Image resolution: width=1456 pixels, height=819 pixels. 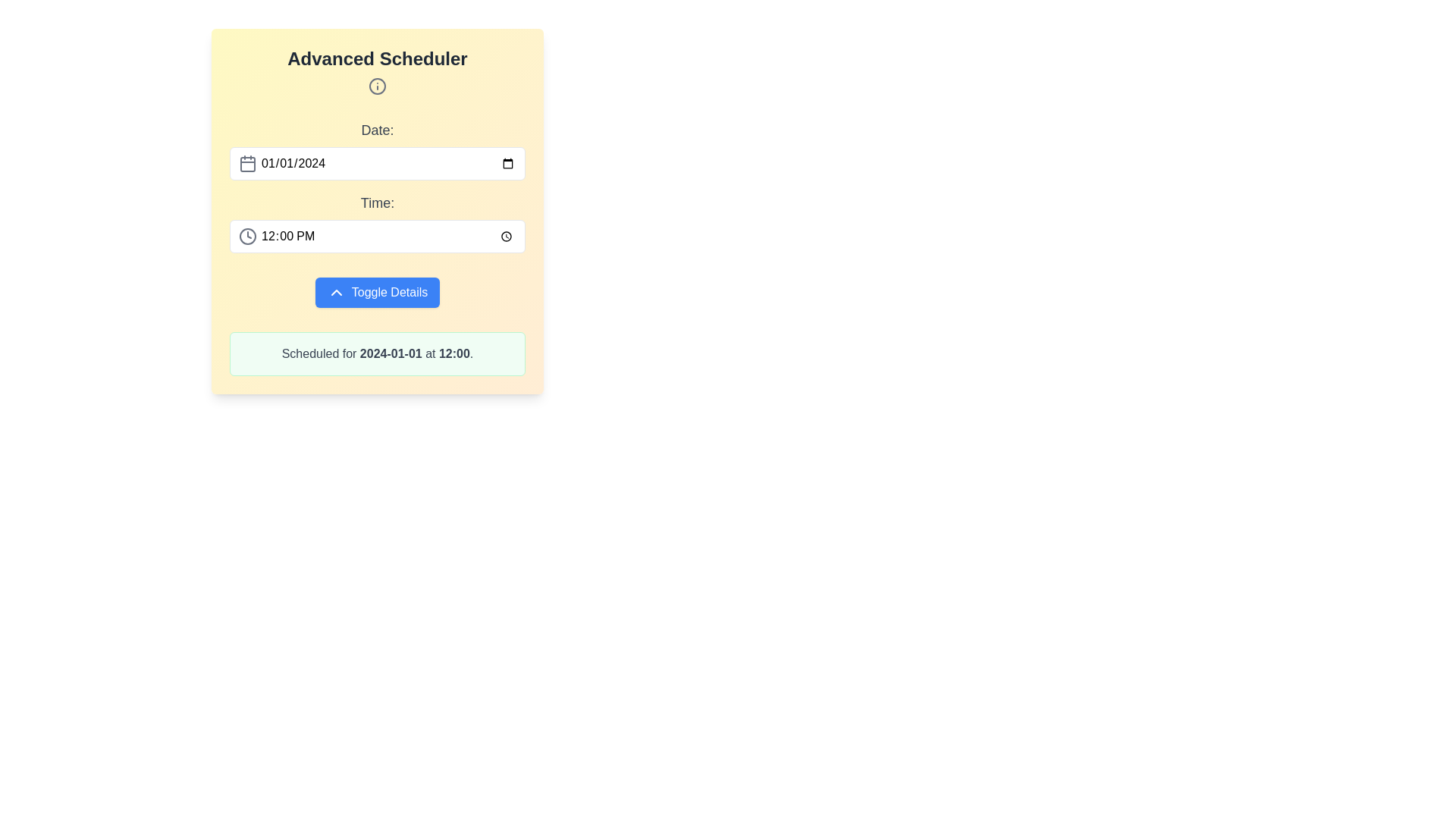 I want to click on informational icon located directly below the 'Advanced Scheduler' label, which provides additional details or guidance related to the module, so click(x=378, y=86).